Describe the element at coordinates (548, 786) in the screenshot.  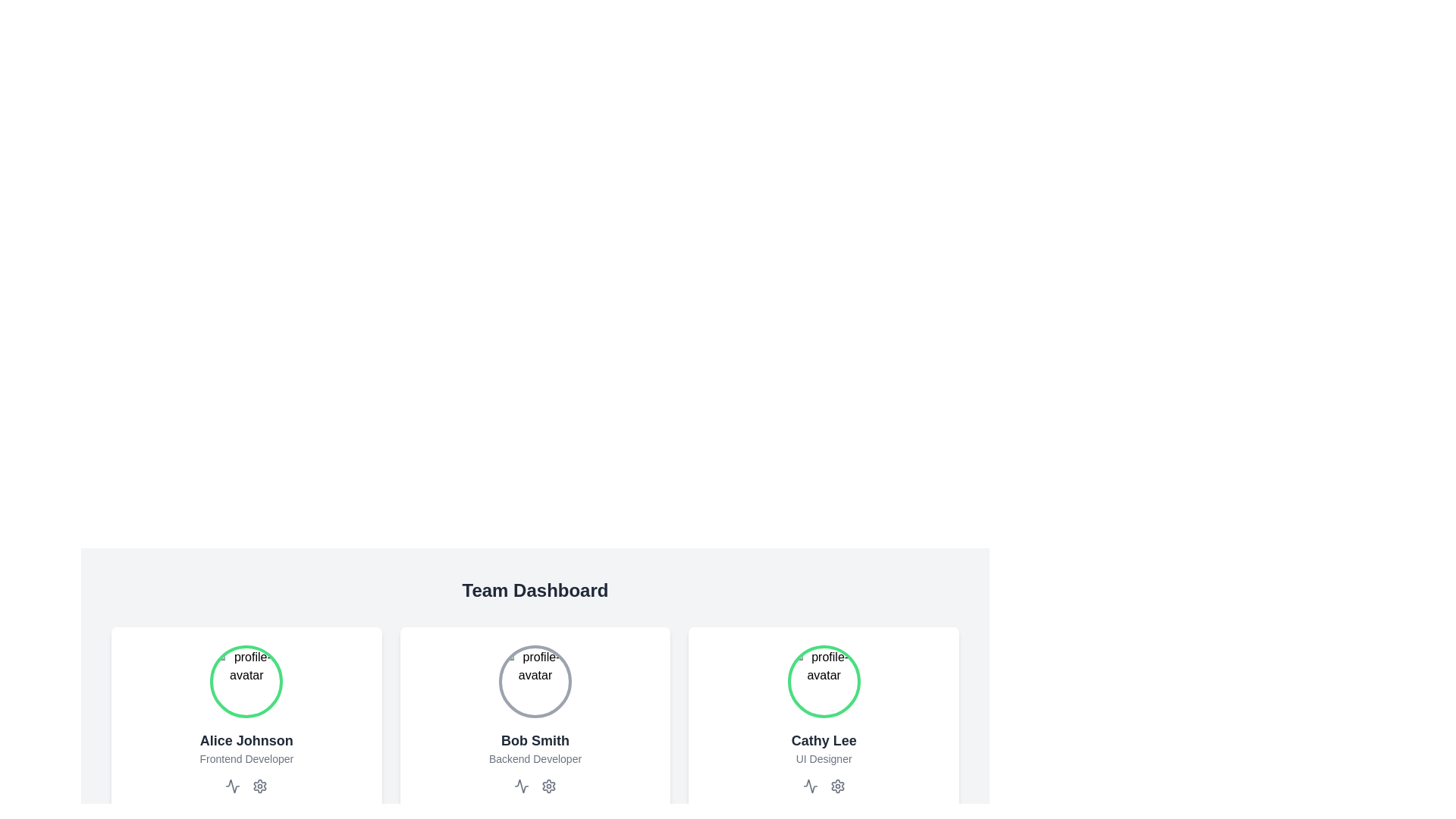
I see `the gear icon button, which signifies settings and is located under the user display for 'Bob Smith', to change its color to blue` at that location.